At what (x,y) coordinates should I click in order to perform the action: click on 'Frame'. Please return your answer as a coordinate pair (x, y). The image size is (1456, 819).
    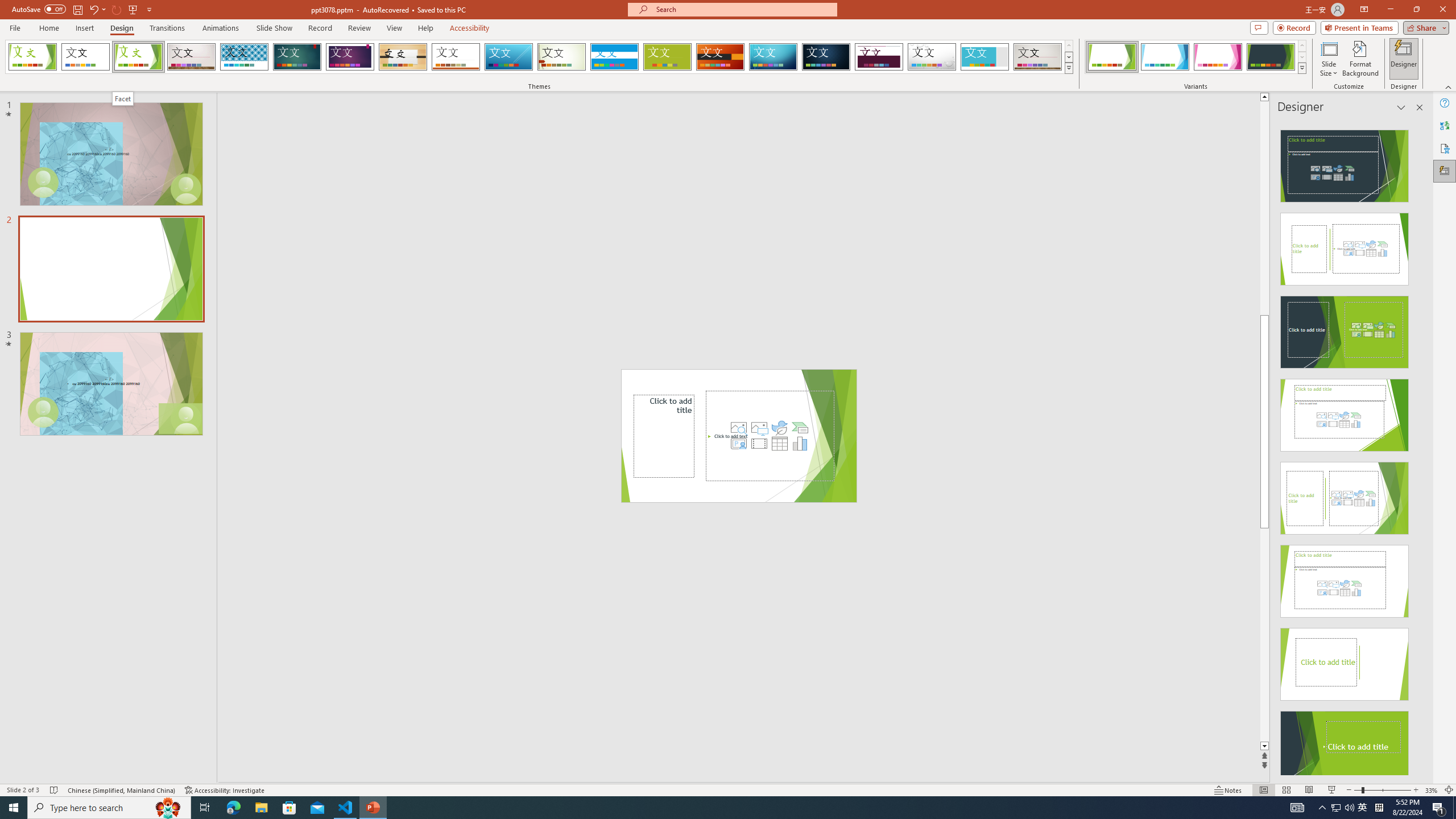
    Looking at the image, I should click on (985, 56).